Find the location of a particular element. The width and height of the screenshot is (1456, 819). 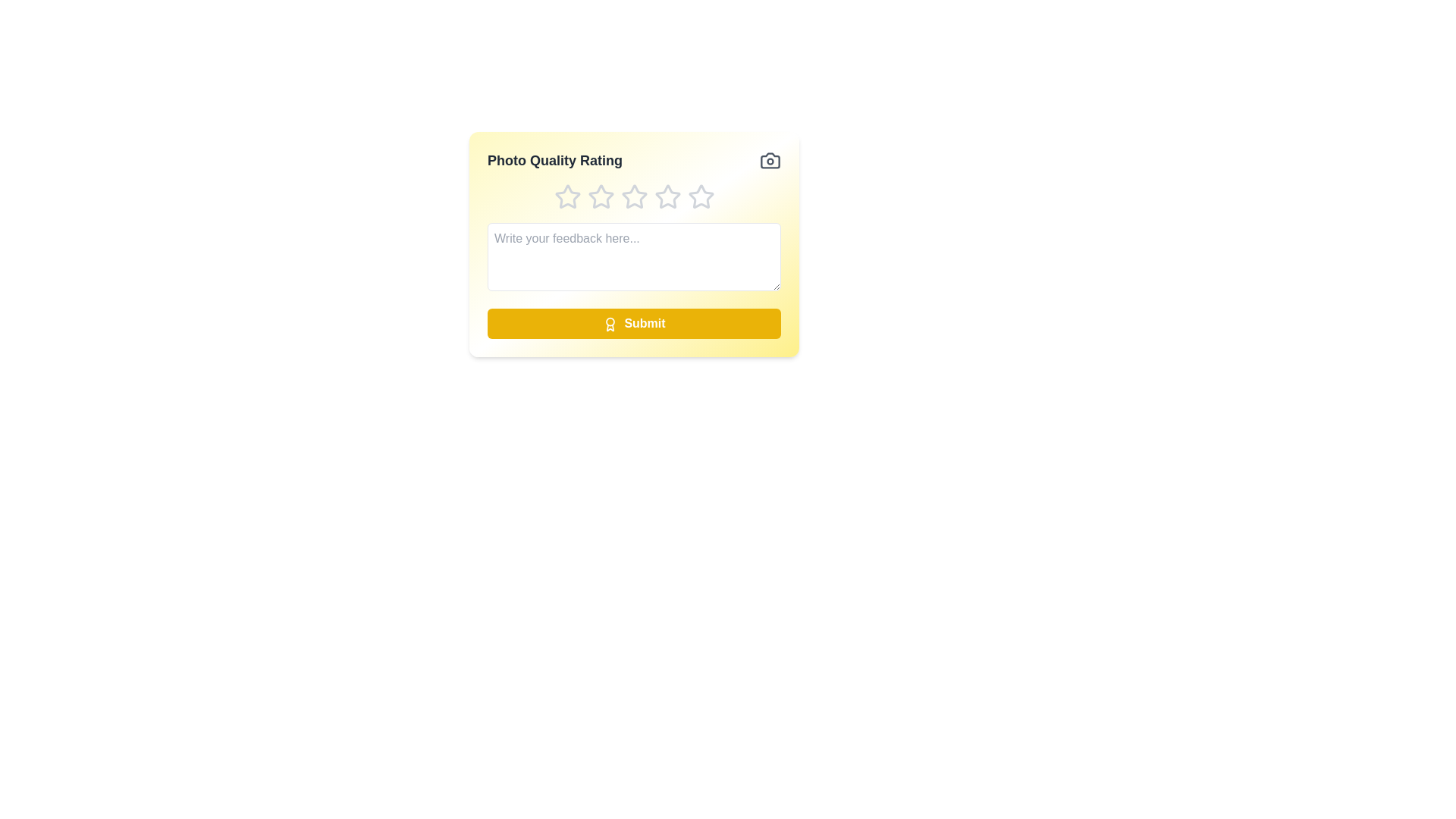

the star corresponding to the rating 2 is located at coordinates (600, 196).